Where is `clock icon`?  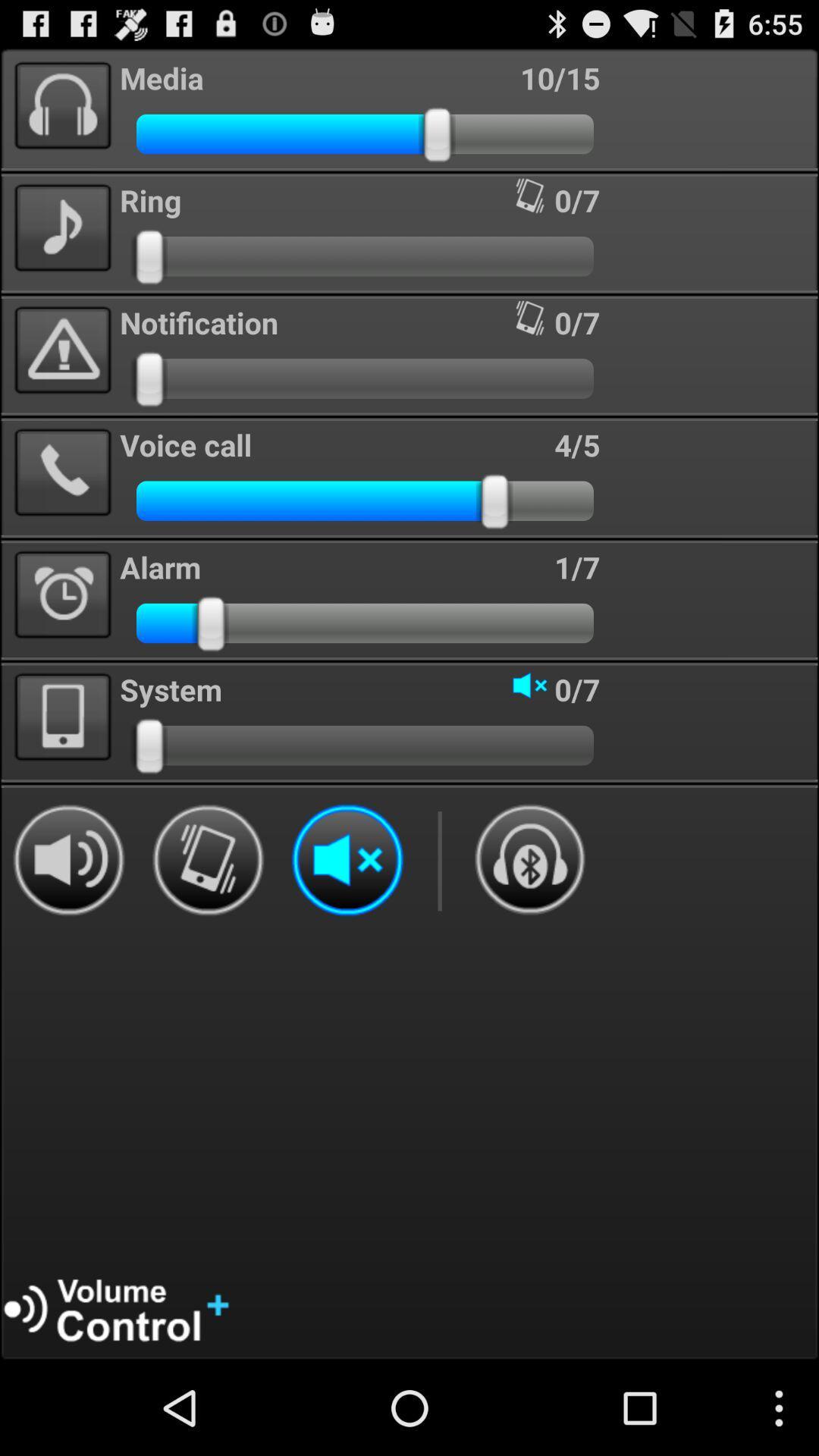
clock icon is located at coordinates (62, 595).